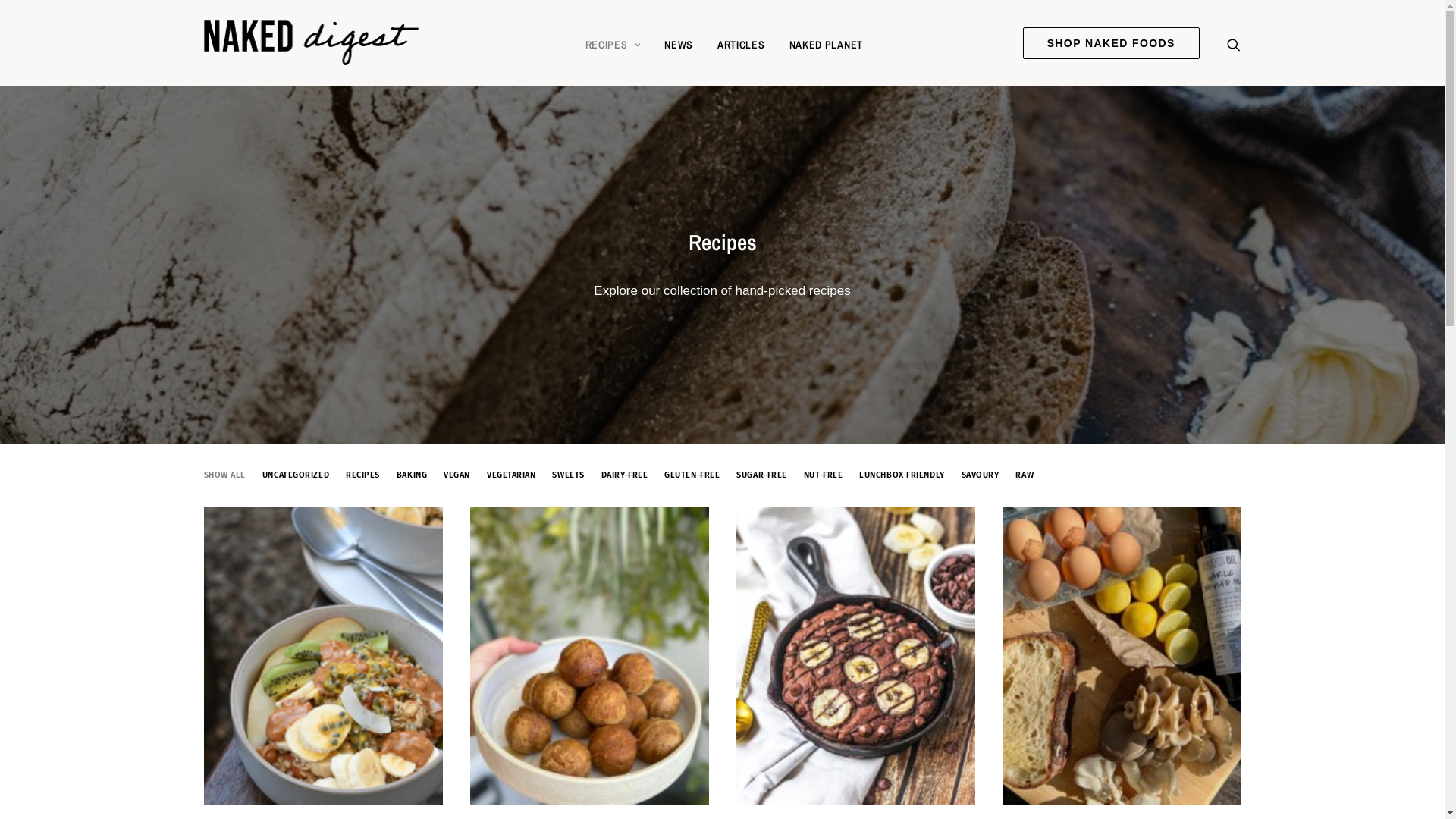 The image size is (1456, 819). What do you see at coordinates (362, 474) in the screenshot?
I see `'RECIPES'` at bounding box center [362, 474].